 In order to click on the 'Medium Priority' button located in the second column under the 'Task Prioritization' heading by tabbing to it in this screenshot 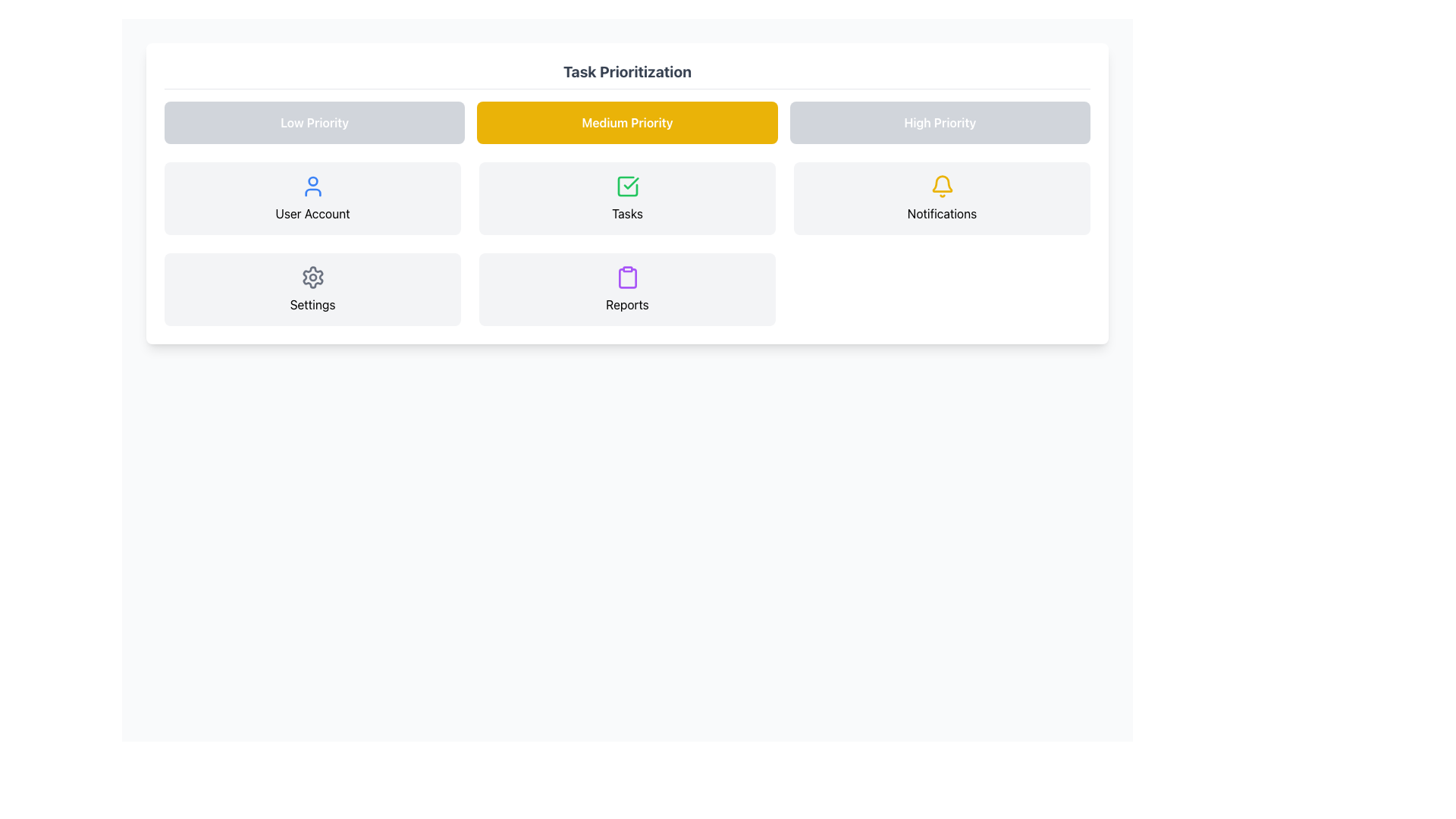, I will do `click(627, 122)`.